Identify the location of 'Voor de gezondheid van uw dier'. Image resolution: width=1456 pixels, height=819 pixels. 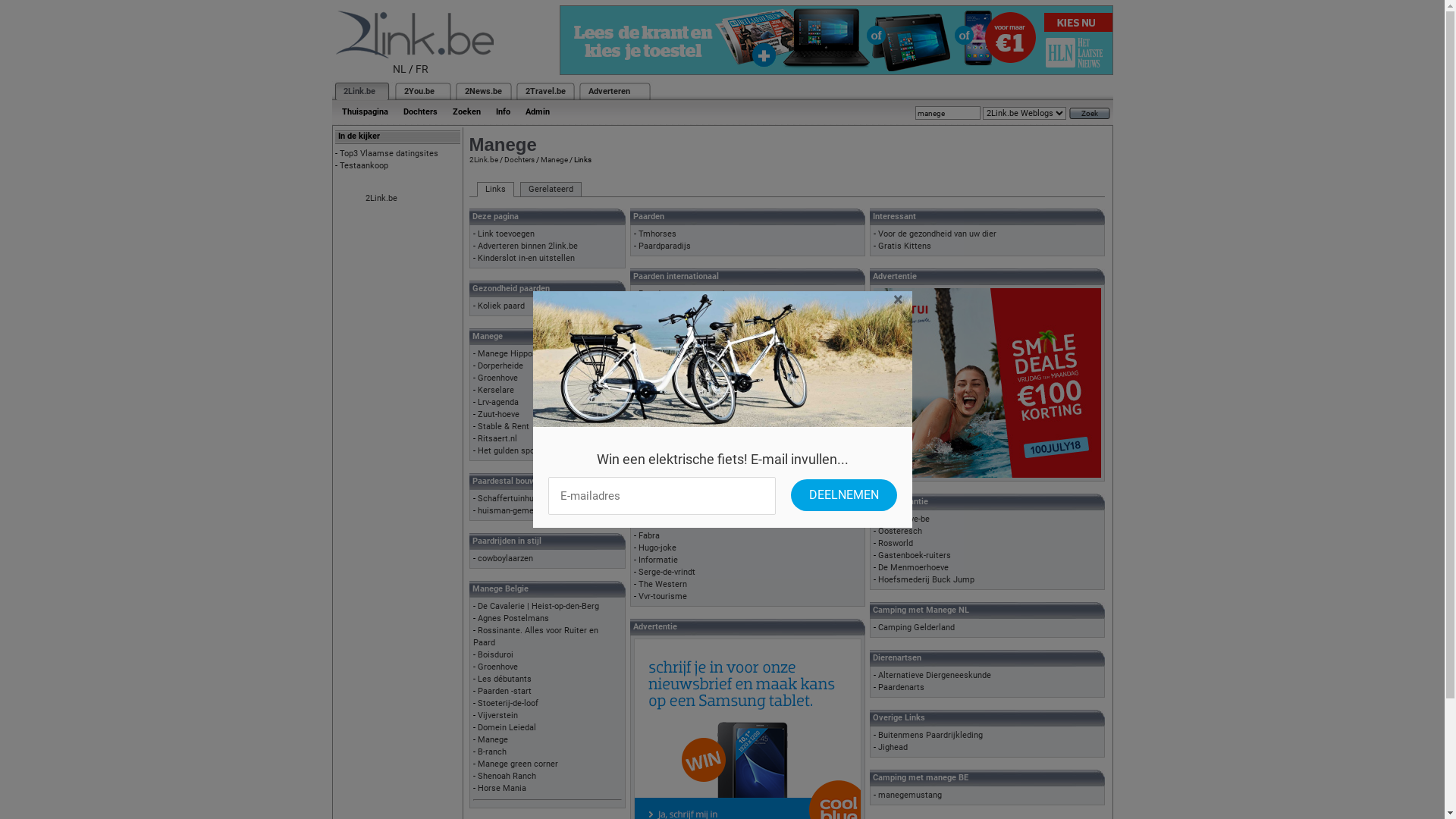
(937, 234).